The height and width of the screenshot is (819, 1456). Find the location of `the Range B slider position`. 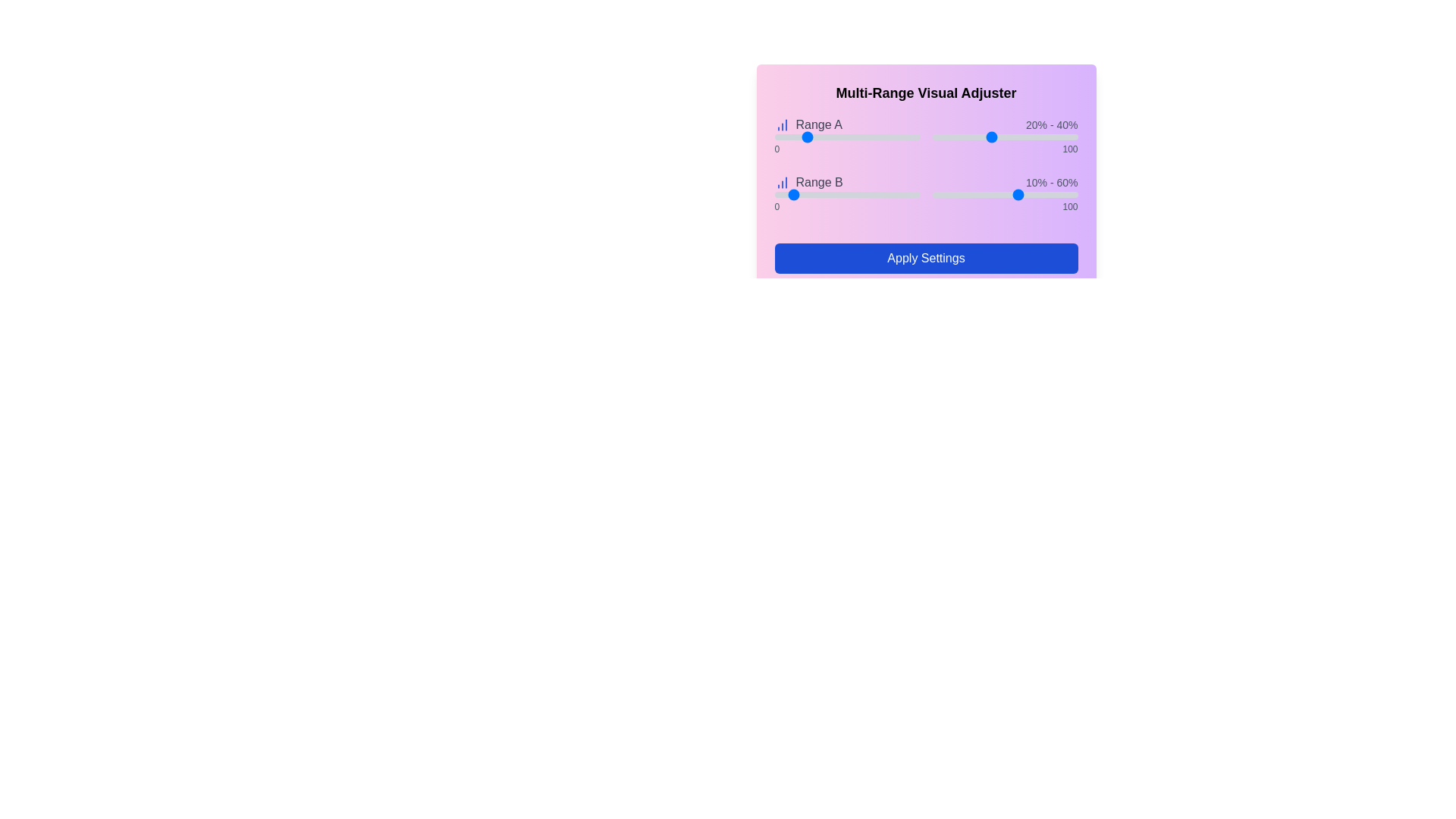

the Range B slider position is located at coordinates (779, 194).